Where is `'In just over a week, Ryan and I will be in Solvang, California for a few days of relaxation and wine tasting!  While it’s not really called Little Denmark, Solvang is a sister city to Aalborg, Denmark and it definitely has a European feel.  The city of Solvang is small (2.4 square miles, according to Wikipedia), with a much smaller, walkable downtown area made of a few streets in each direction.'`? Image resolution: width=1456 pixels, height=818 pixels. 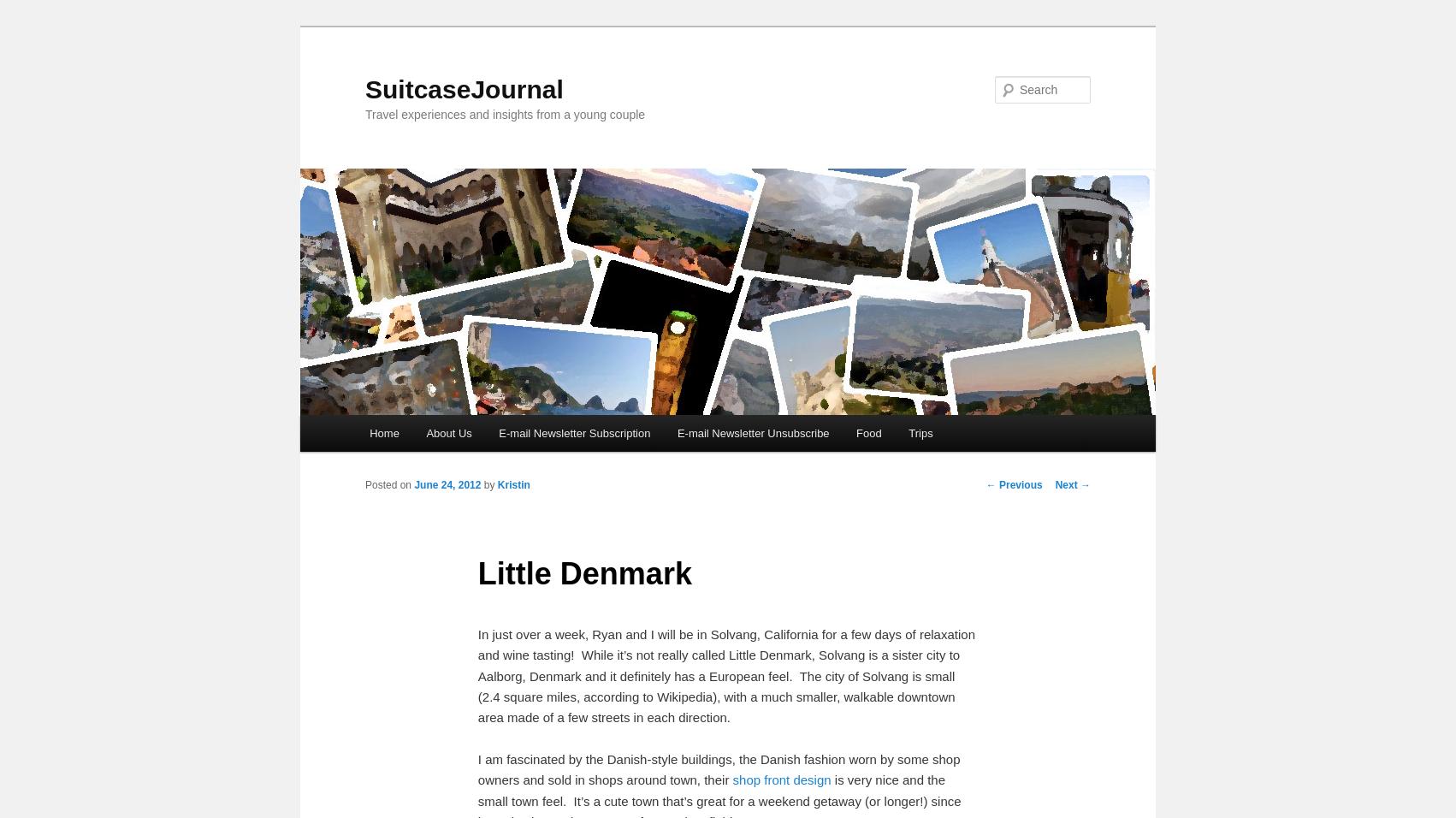
'In just over a week, Ryan and I will be in Solvang, California for a few days of relaxation and wine tasting!  While it’s not really called Little Denmark, Solvang is a sister city to Aalborg, Denmark and it definitely has a European feel.  The city of Solvang is small (2.4 square miles, according to Wikipedia), with a much smaller, walkable downtown area made of a few streets in each direction.' is located at coordinates (725, 674).